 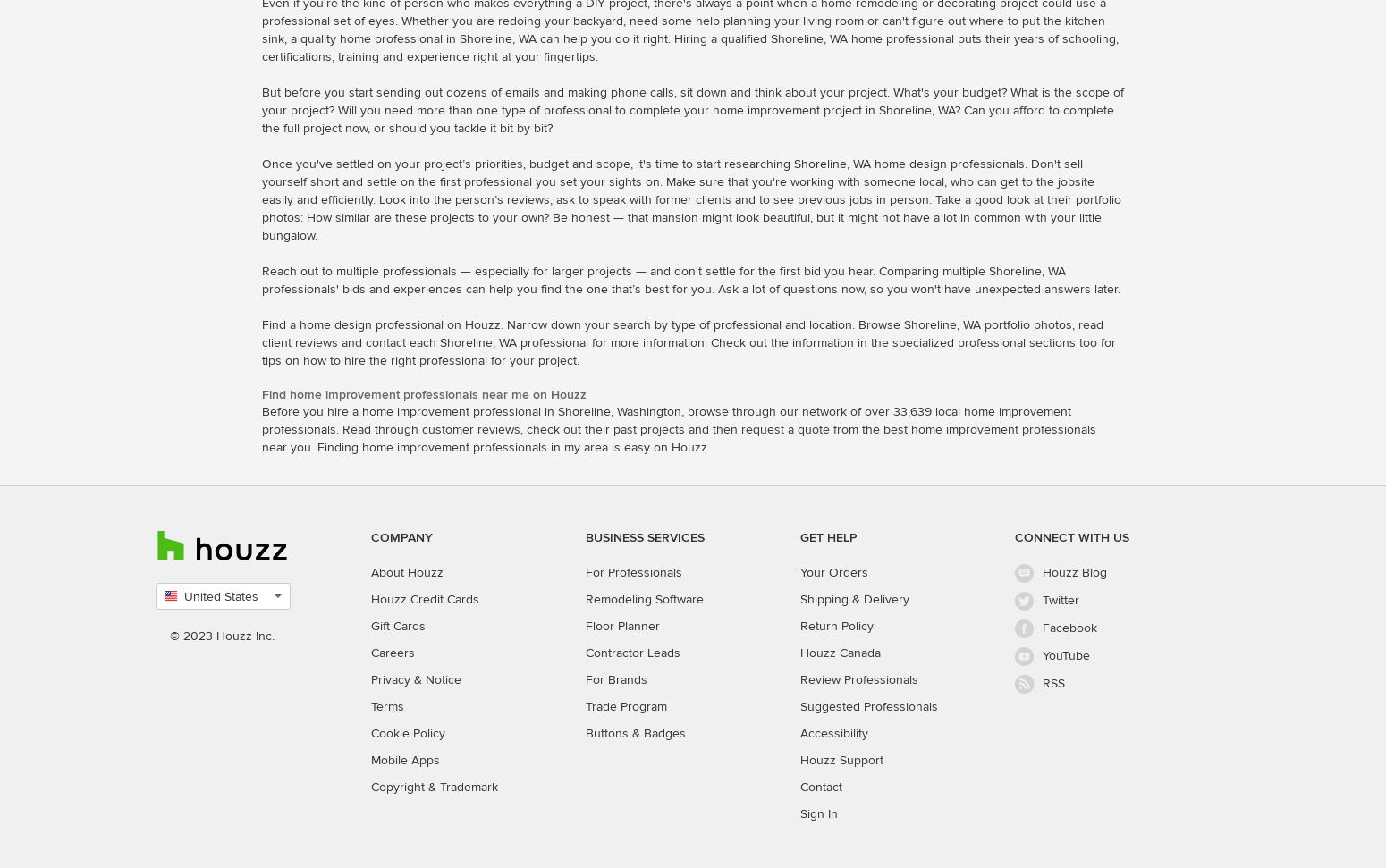 What do you see at coordinates (221, 595) in the screenshot?
I see `'United States'` at bounding box center [221, 595].